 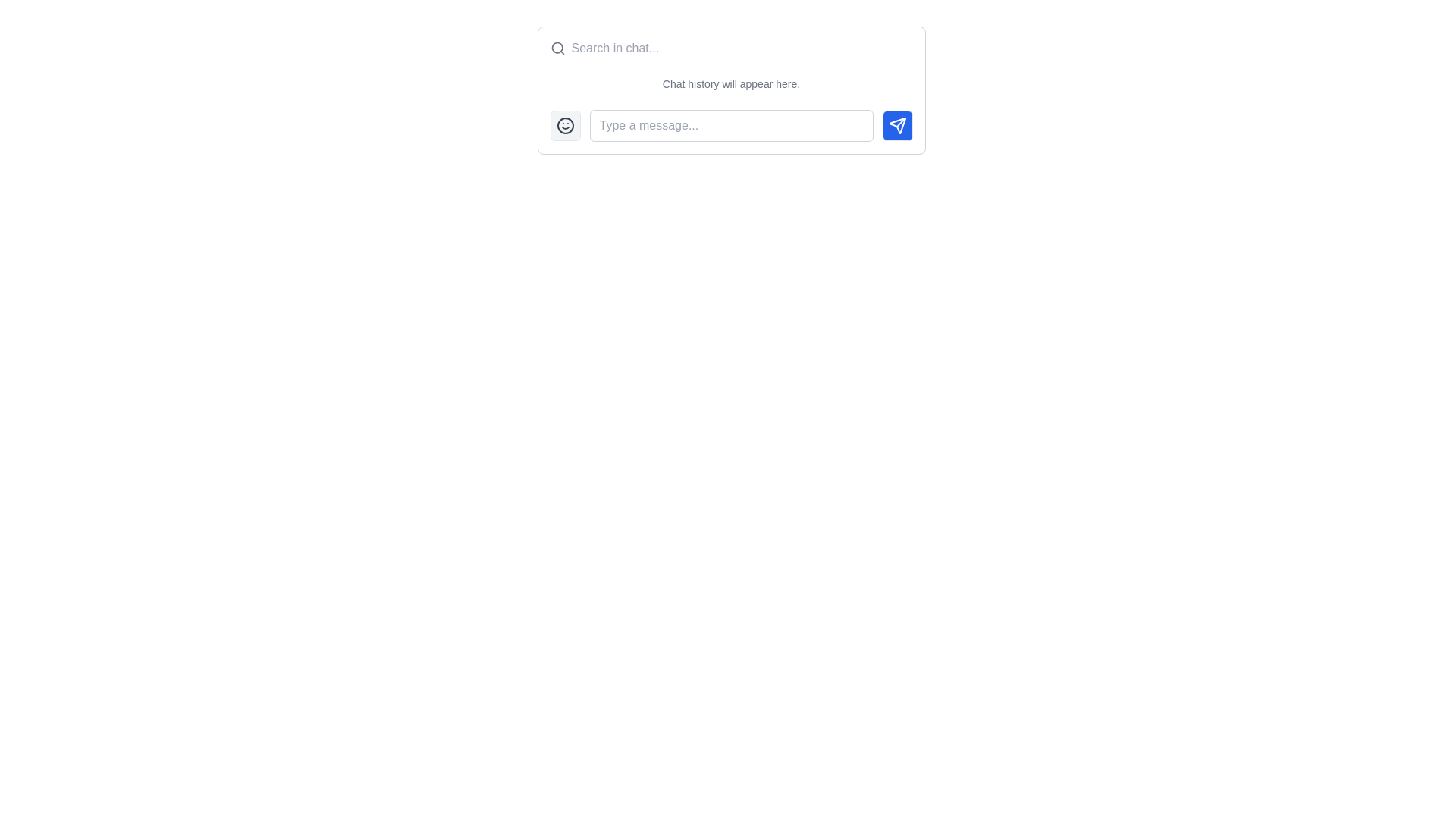 What do you see at coordinates (556, 47) in the screenshot?
I see `the central circle of the magnifying glass icon, which is styled in gray and located to the left of the 'Search in chat...' placeholder text` at bounding box center [556, 47].